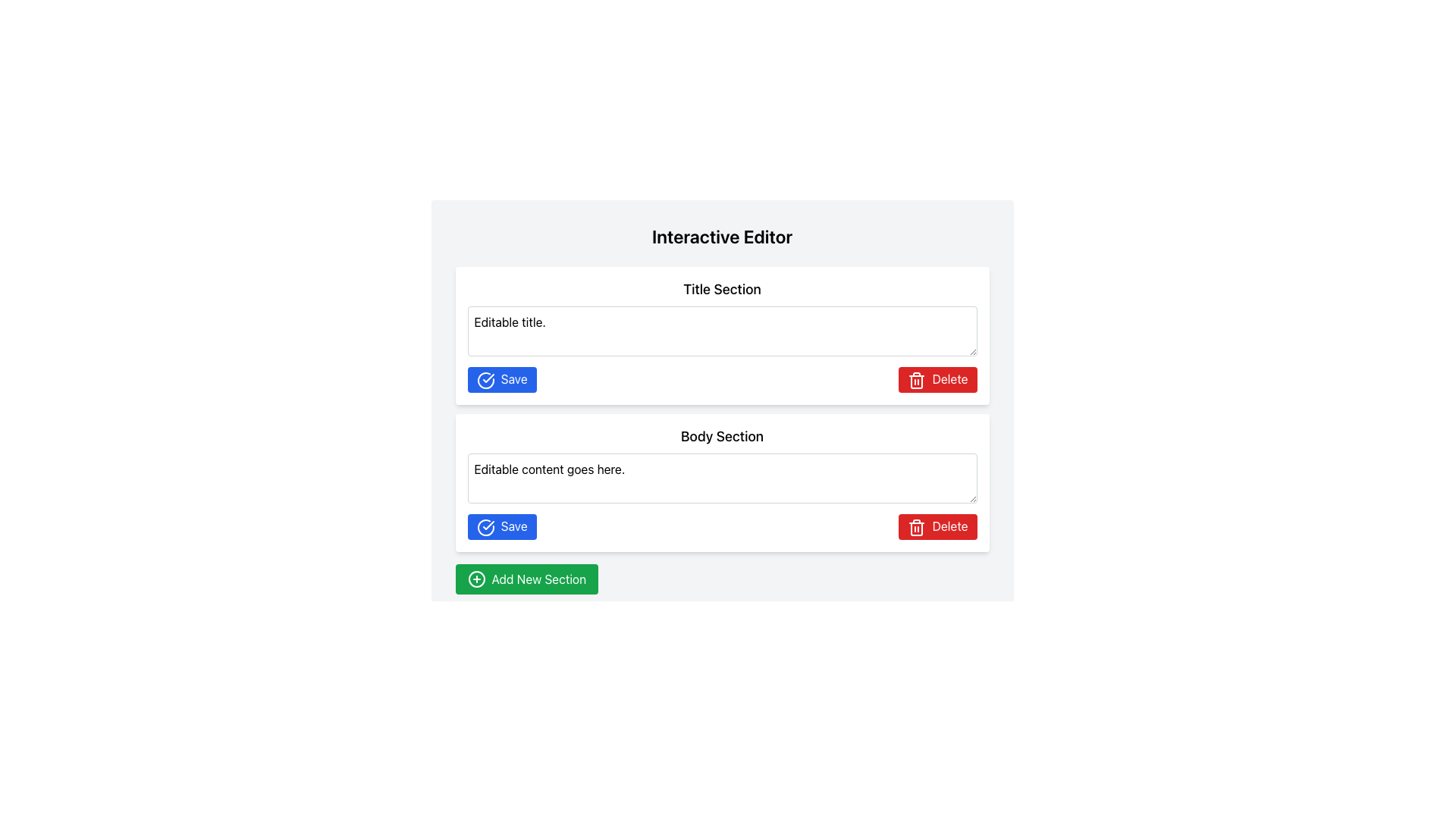 This screenshot has height=819, width=1456. I want to click on the blue 'Save' button which contains the checkmark icon, so click(488, 376).